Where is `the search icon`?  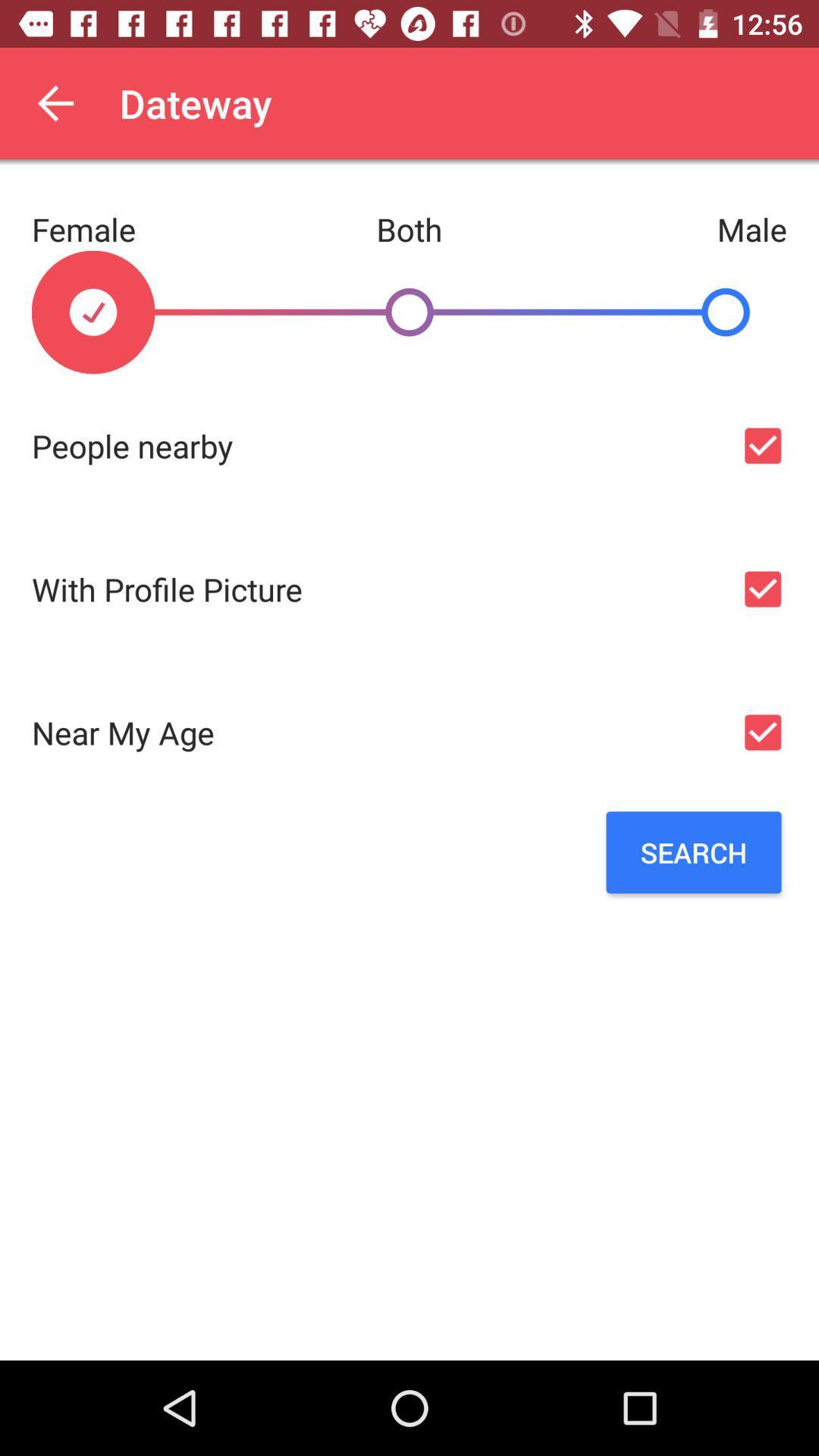 the search icon is located at coordinates (693, 852).